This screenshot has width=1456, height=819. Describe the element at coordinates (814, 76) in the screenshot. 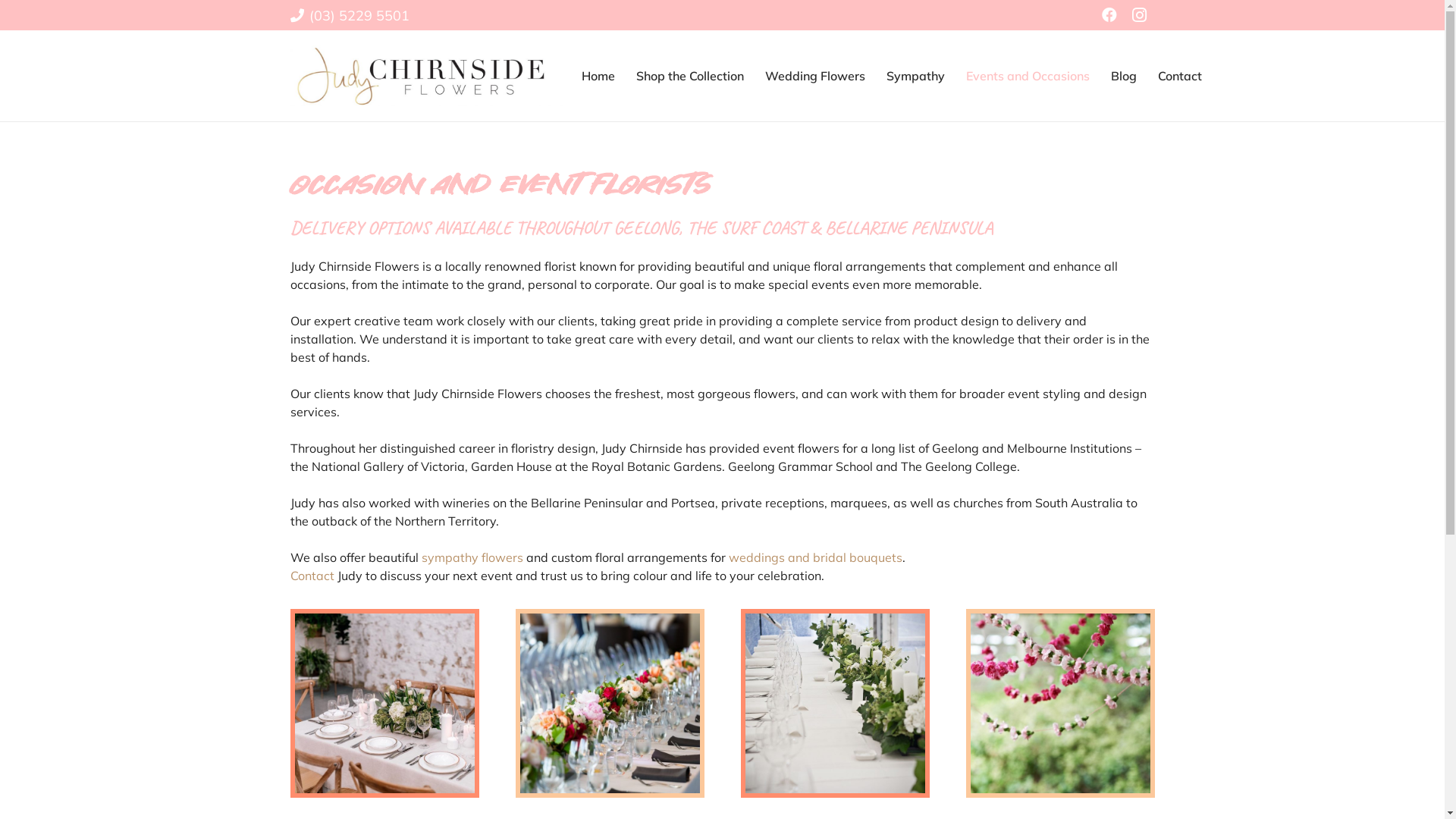

I see `'Wedding Flowers'` at that location.